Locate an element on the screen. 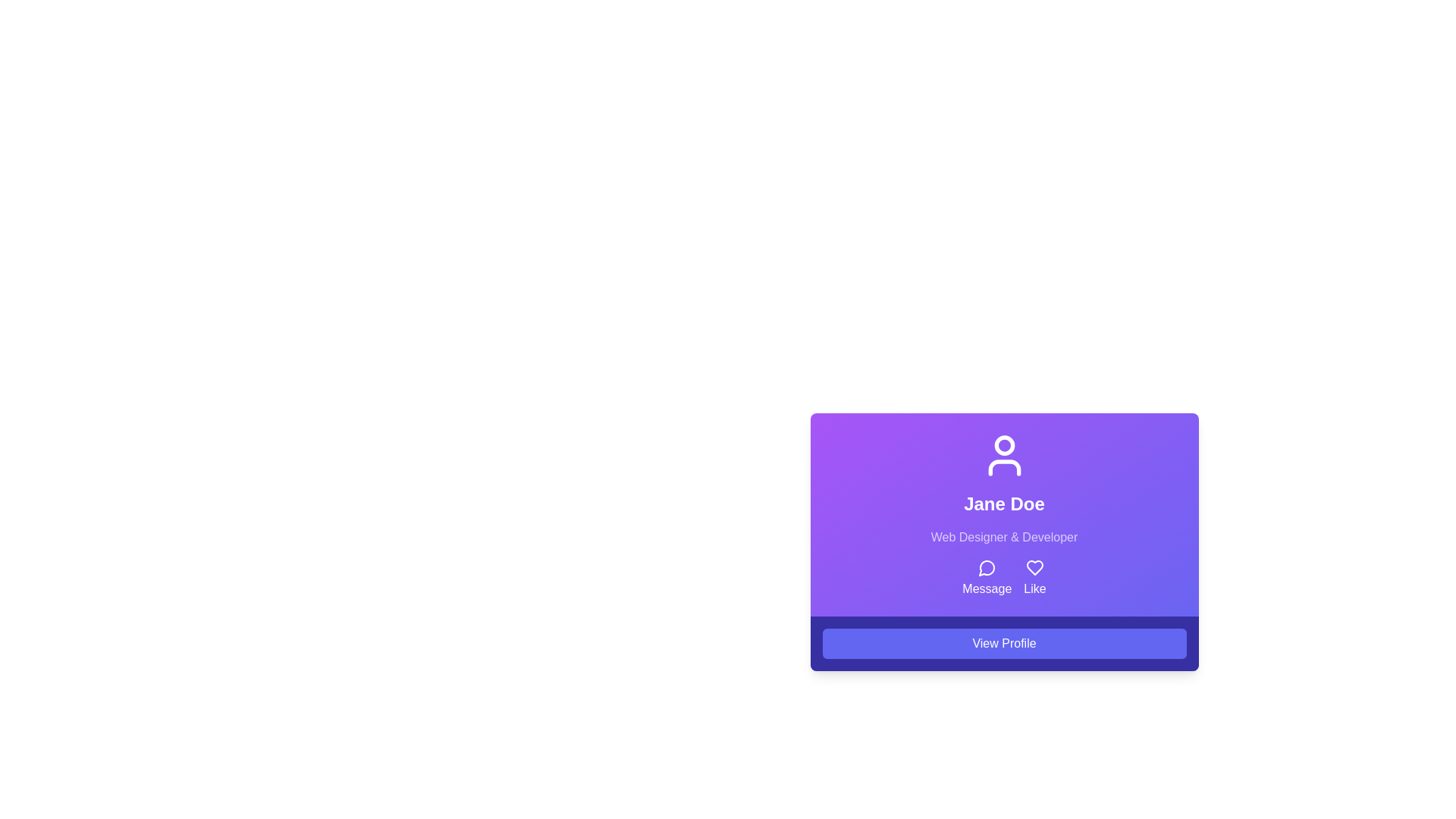 The height and width of the screenshot is (819, 1456). the user profile icon located centrally at the top of the profile card, above the text 'Jane Doe' is located at coordinates (1004, 455).